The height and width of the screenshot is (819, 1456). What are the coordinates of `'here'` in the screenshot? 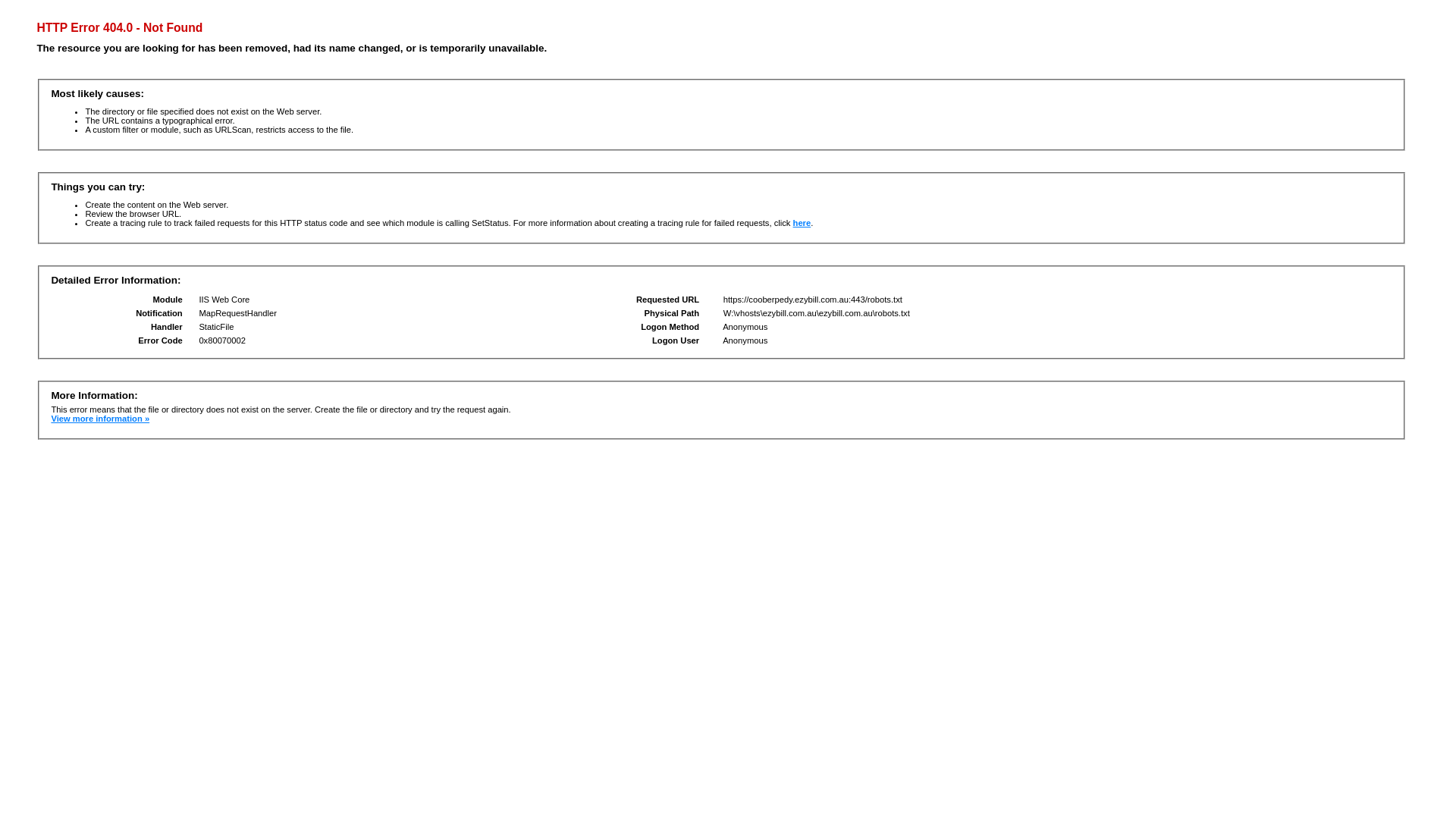 It's located at (801, 222).